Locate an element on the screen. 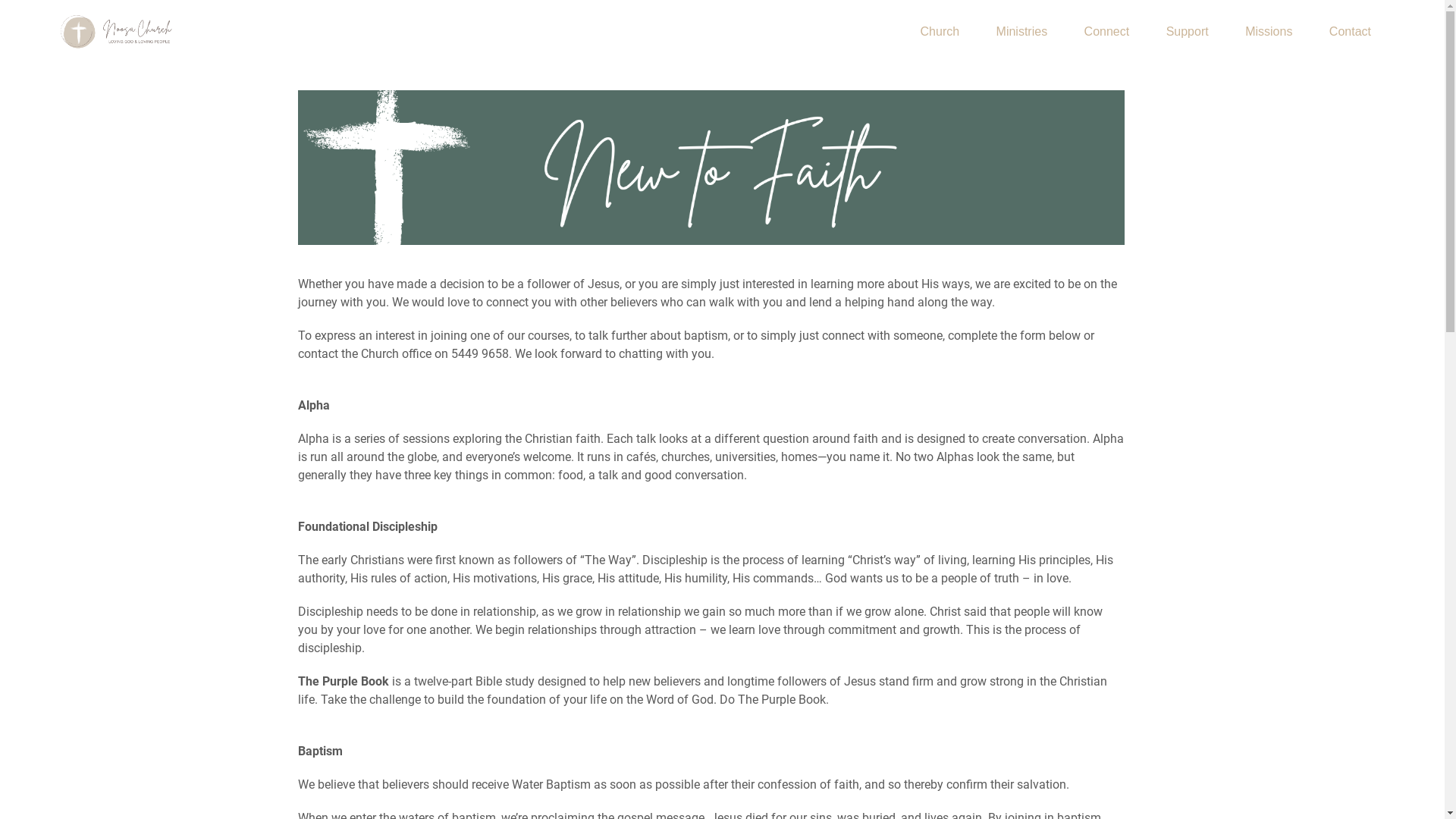 This screenshot has width=1456, height=819. 'Connect' is located at coordinates (1066, 32).